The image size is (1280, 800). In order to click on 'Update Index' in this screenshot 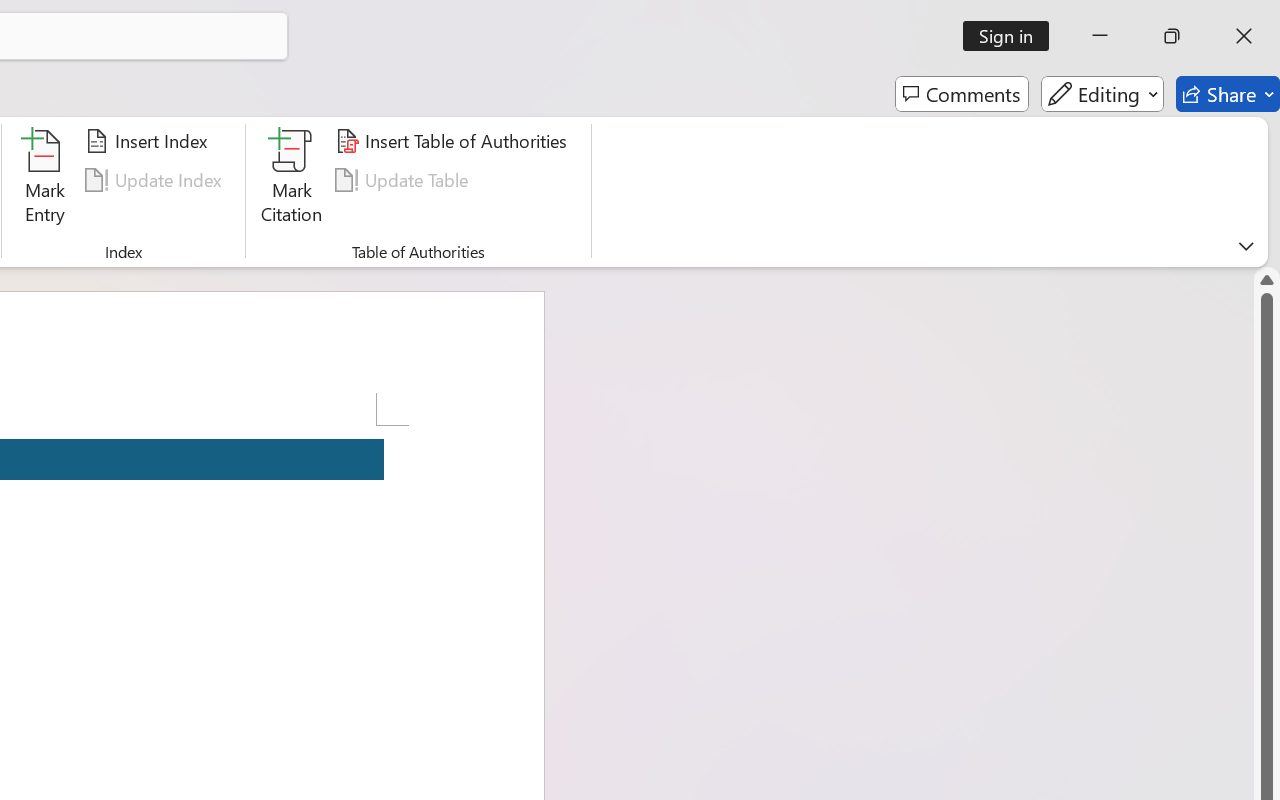, I will do `click(155, 179)`.